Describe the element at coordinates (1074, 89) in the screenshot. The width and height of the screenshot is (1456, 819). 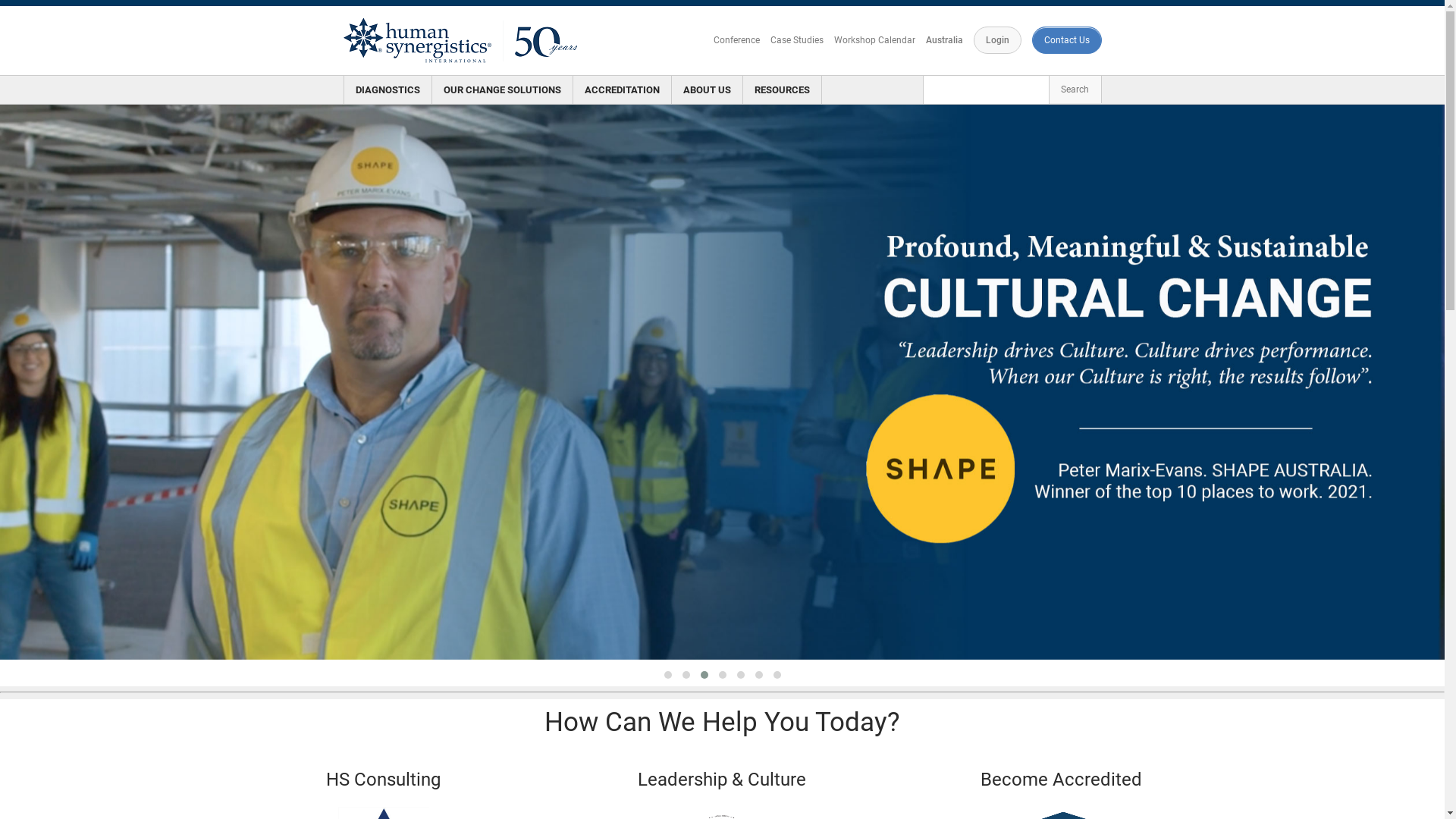
I see `'Search'` at that location.